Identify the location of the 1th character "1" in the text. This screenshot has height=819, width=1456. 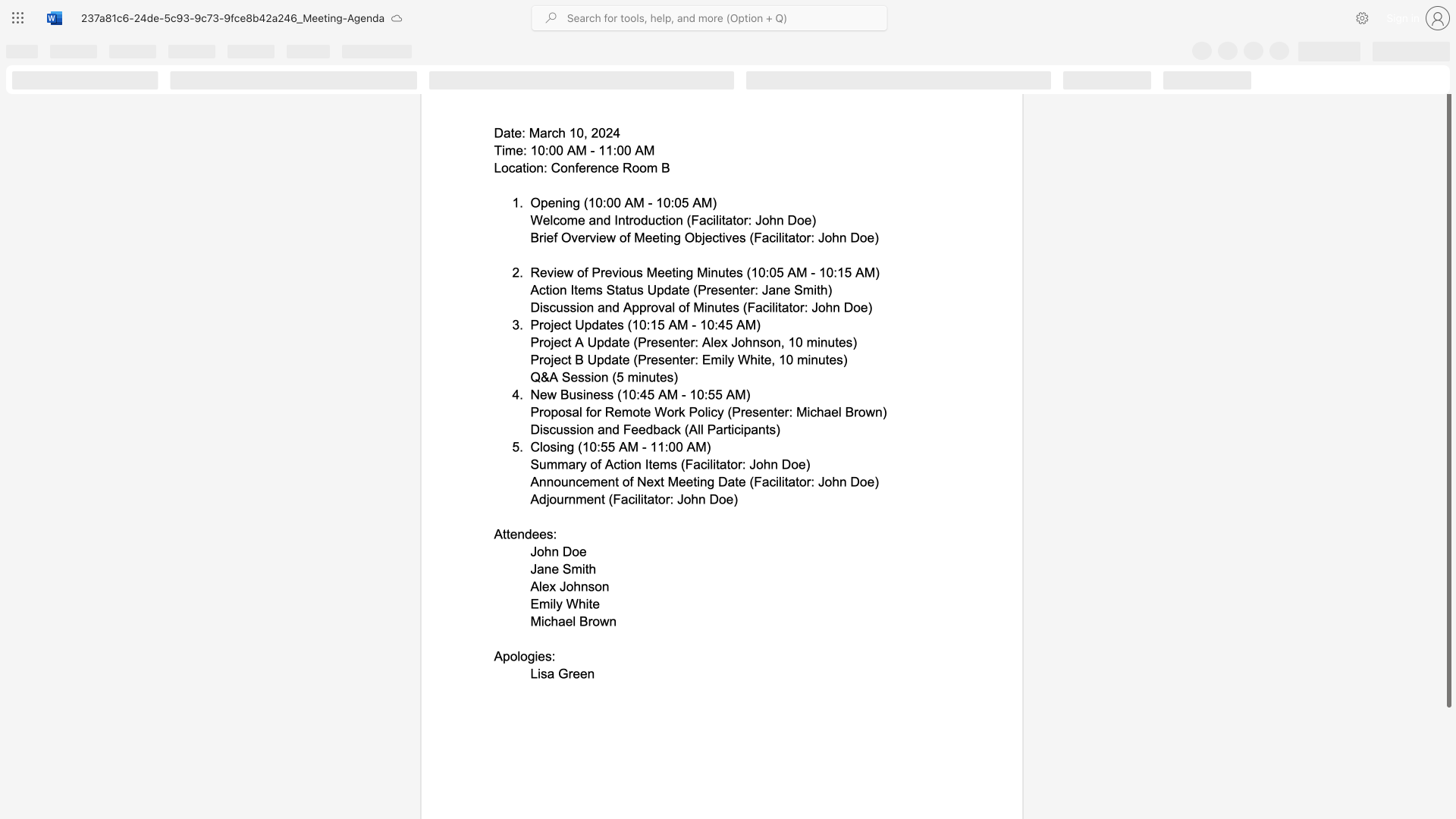
(534, 150).